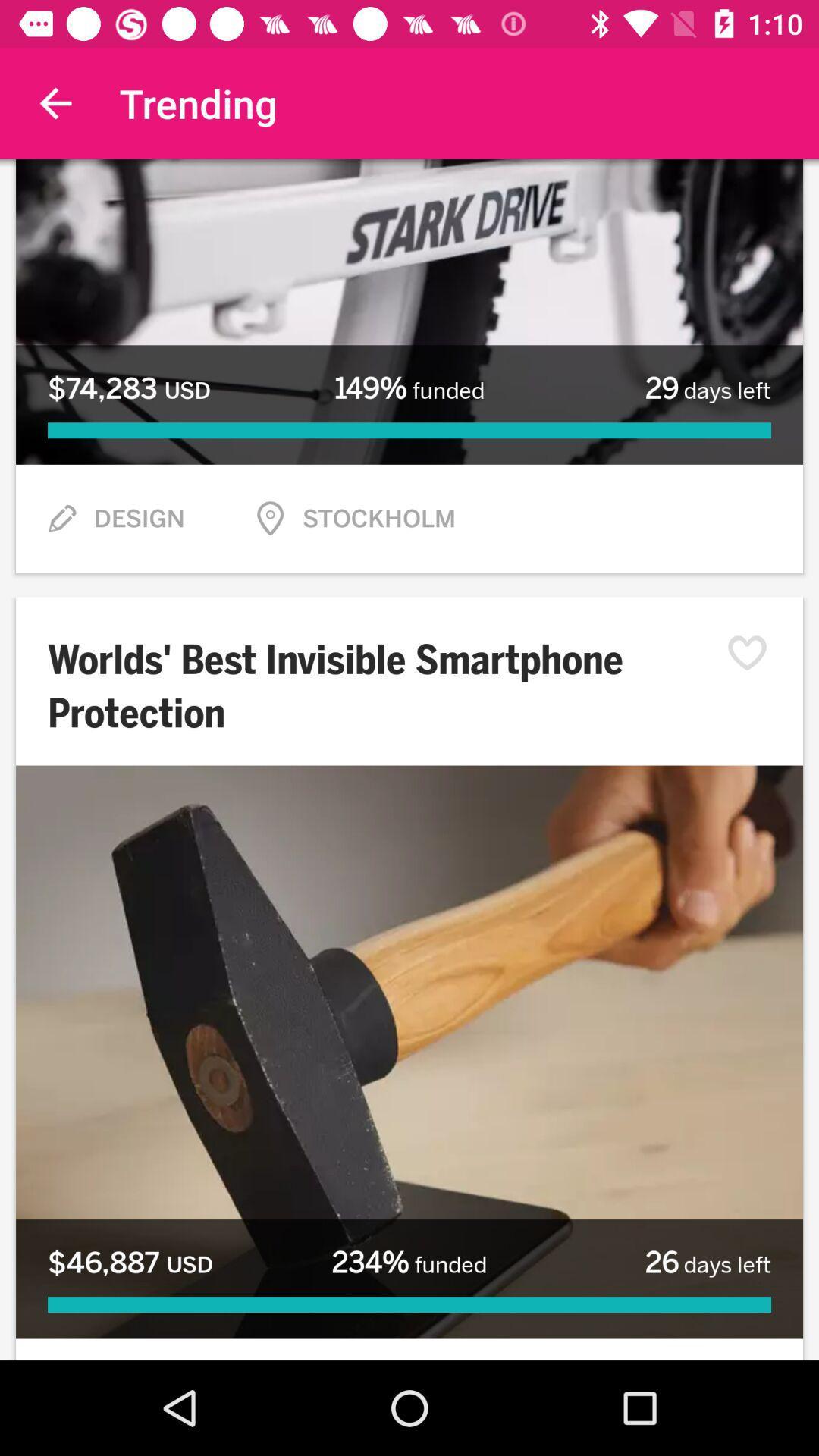 The width and height of the screenshot is (819, 1456). I want to click on the $46,887 usd, so click(129, 1263).